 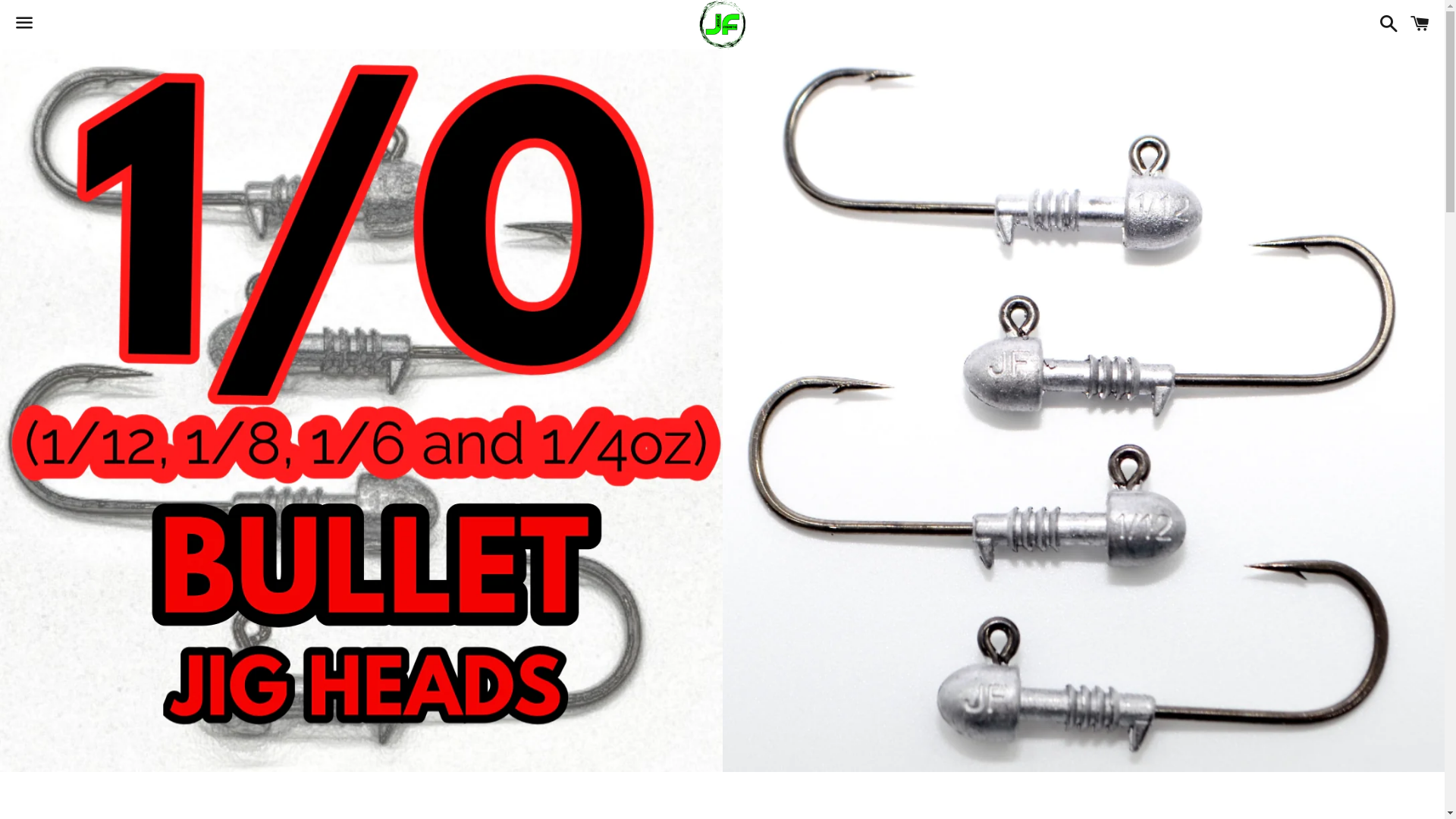 What do you see at coordinates (1419, 24) in the screenshot?
I see `'Cart'` at bounding box center [1419, 24].